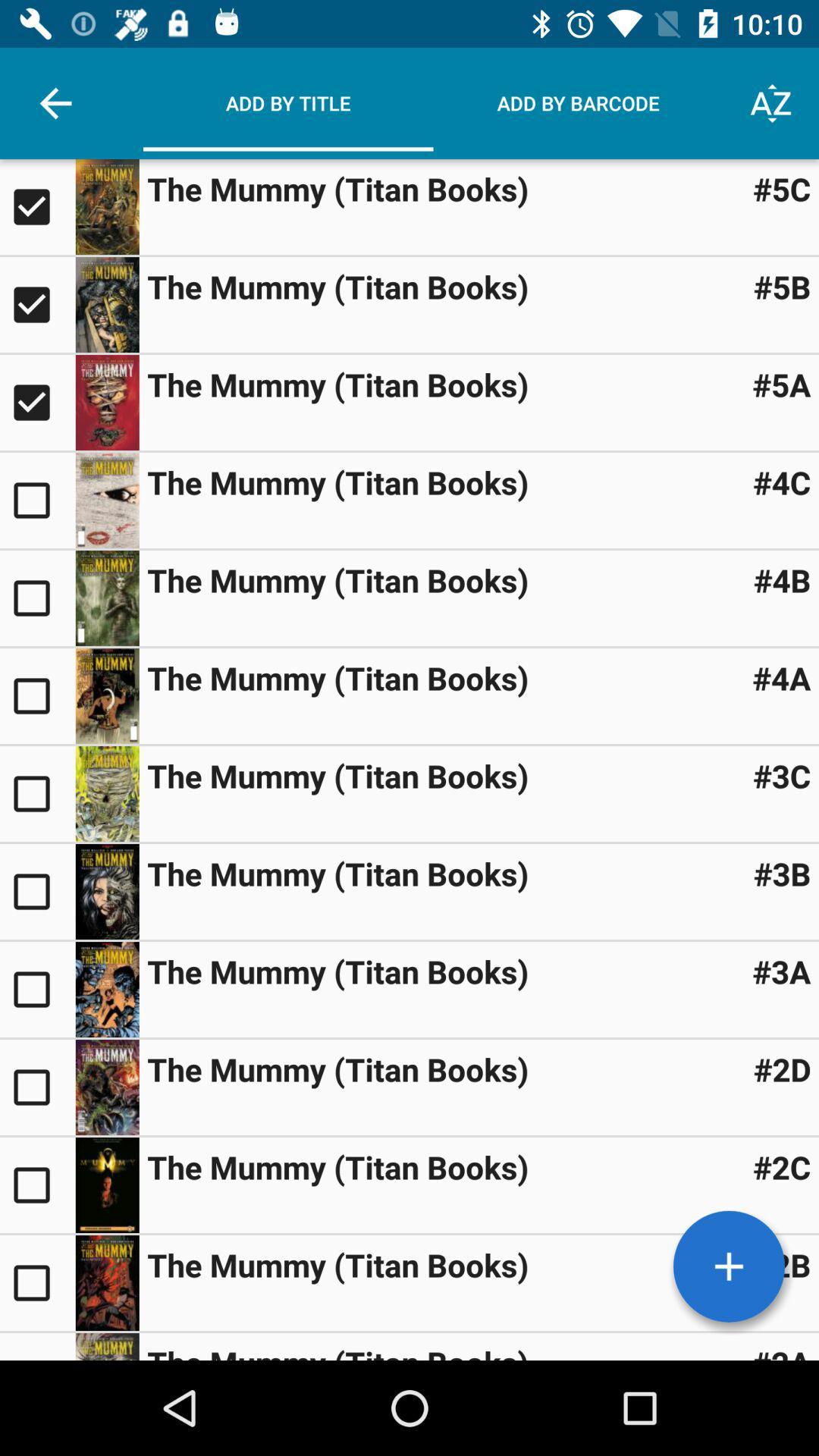 This screenshot has width=819, height=1456. What do you see at coordinates (36, 1087) in the screenshot?
I see `title` at bounding box center [36, 1087].